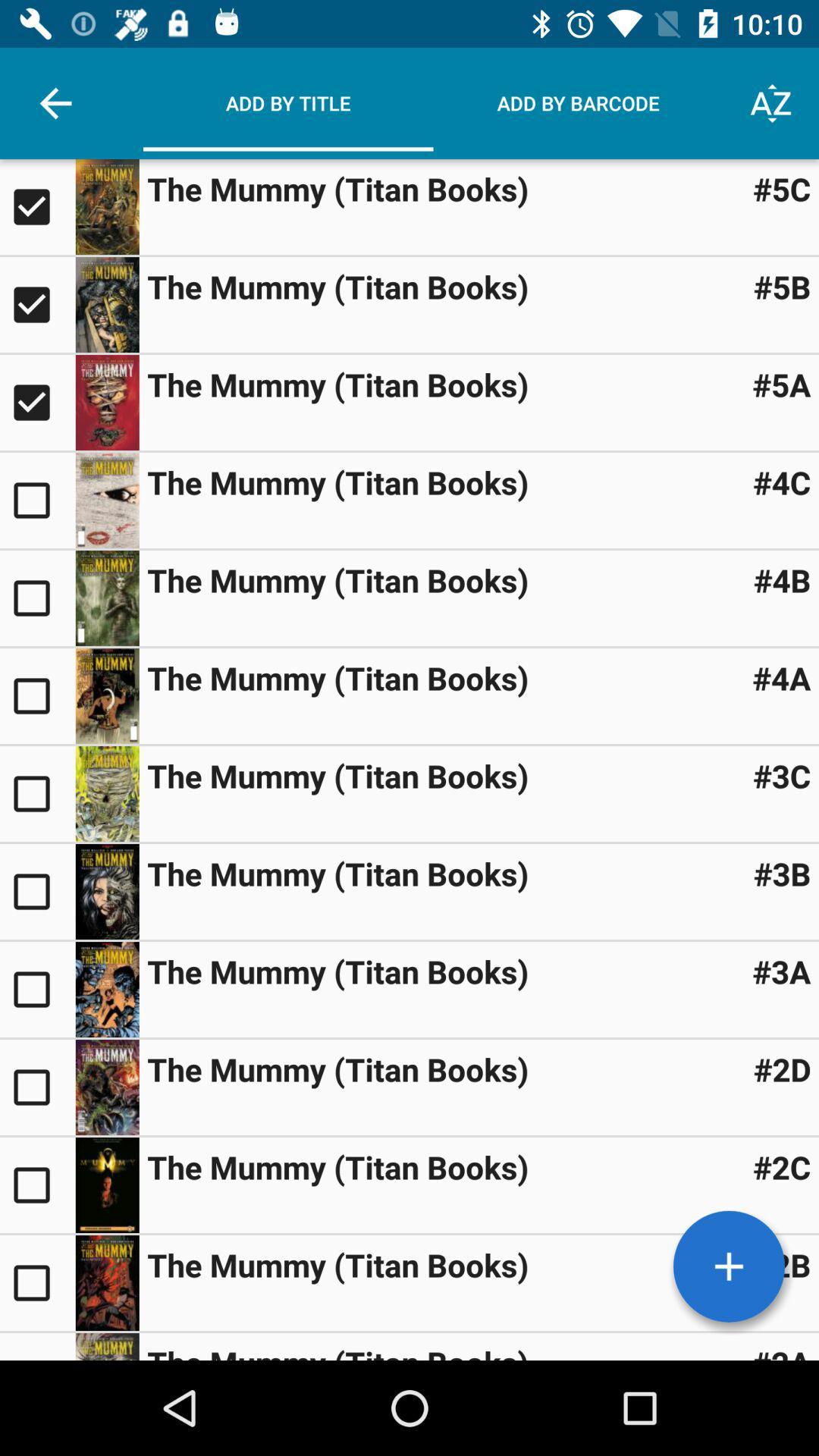 This screenshot has width=819, height=1456. What do you see at coordinates (36, 1087) in the screenshot?
I see `title` at bounding box center [36, 1087].